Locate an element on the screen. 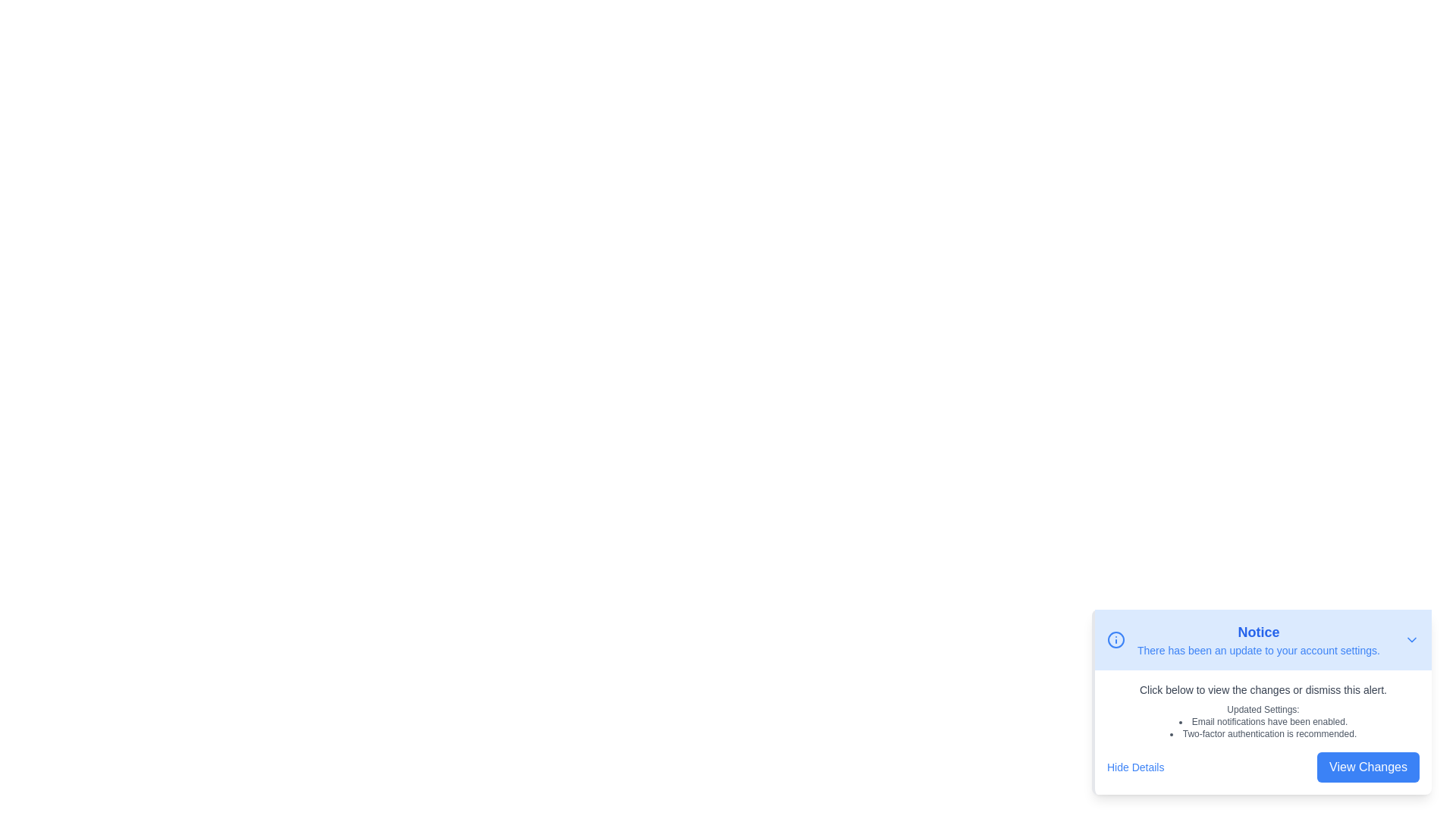 The height and width of the screenshot is (819, 1456). the informational alert icon located in the blue-highlighted header area of the notice message box, which is positioned to the left of the bolded 'Notice' text header is located at coordinates (1116, 640).